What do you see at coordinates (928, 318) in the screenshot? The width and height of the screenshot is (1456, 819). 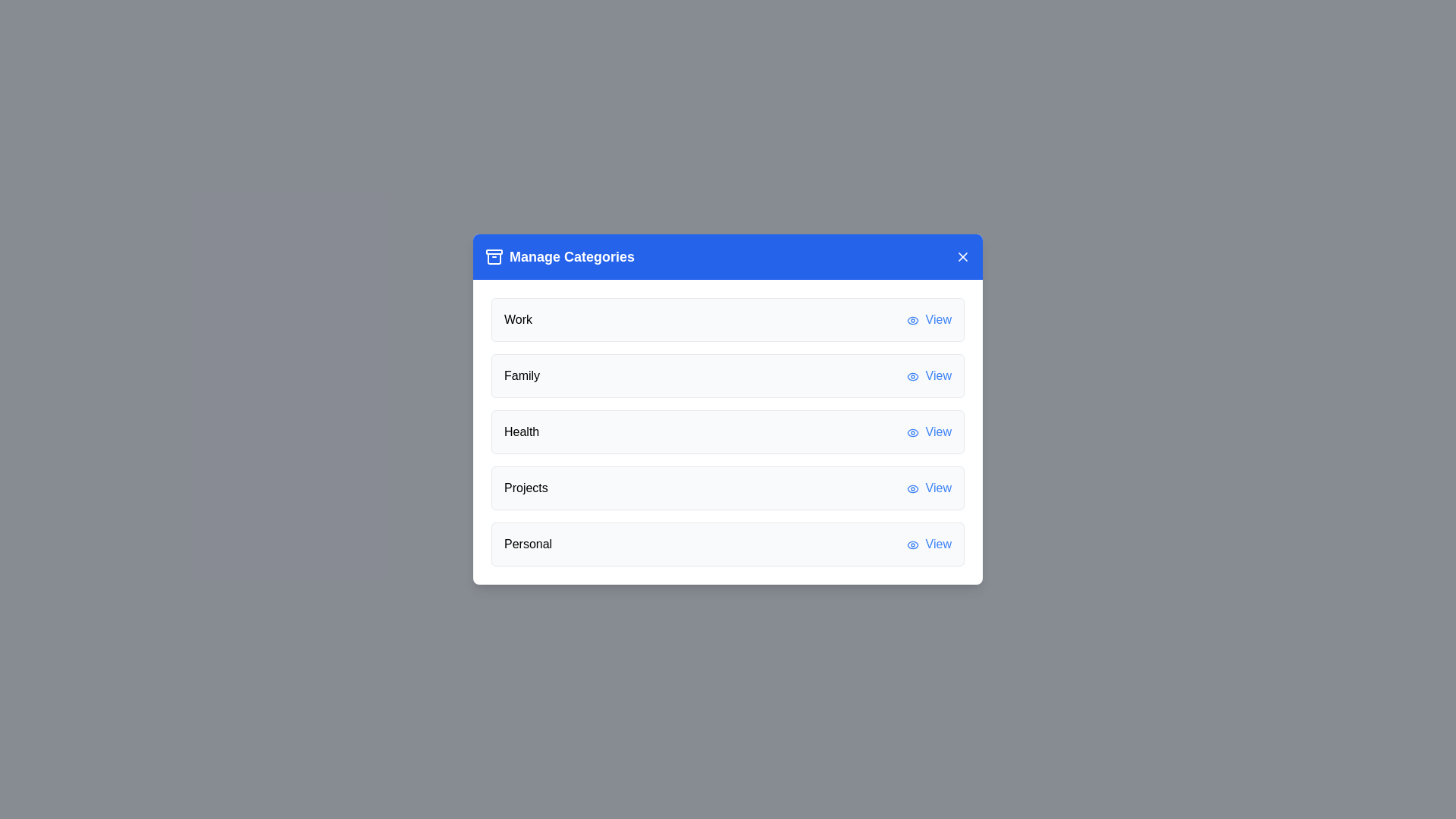 I see `the 'View' button for the category Work` at bounding box center [928, 318].